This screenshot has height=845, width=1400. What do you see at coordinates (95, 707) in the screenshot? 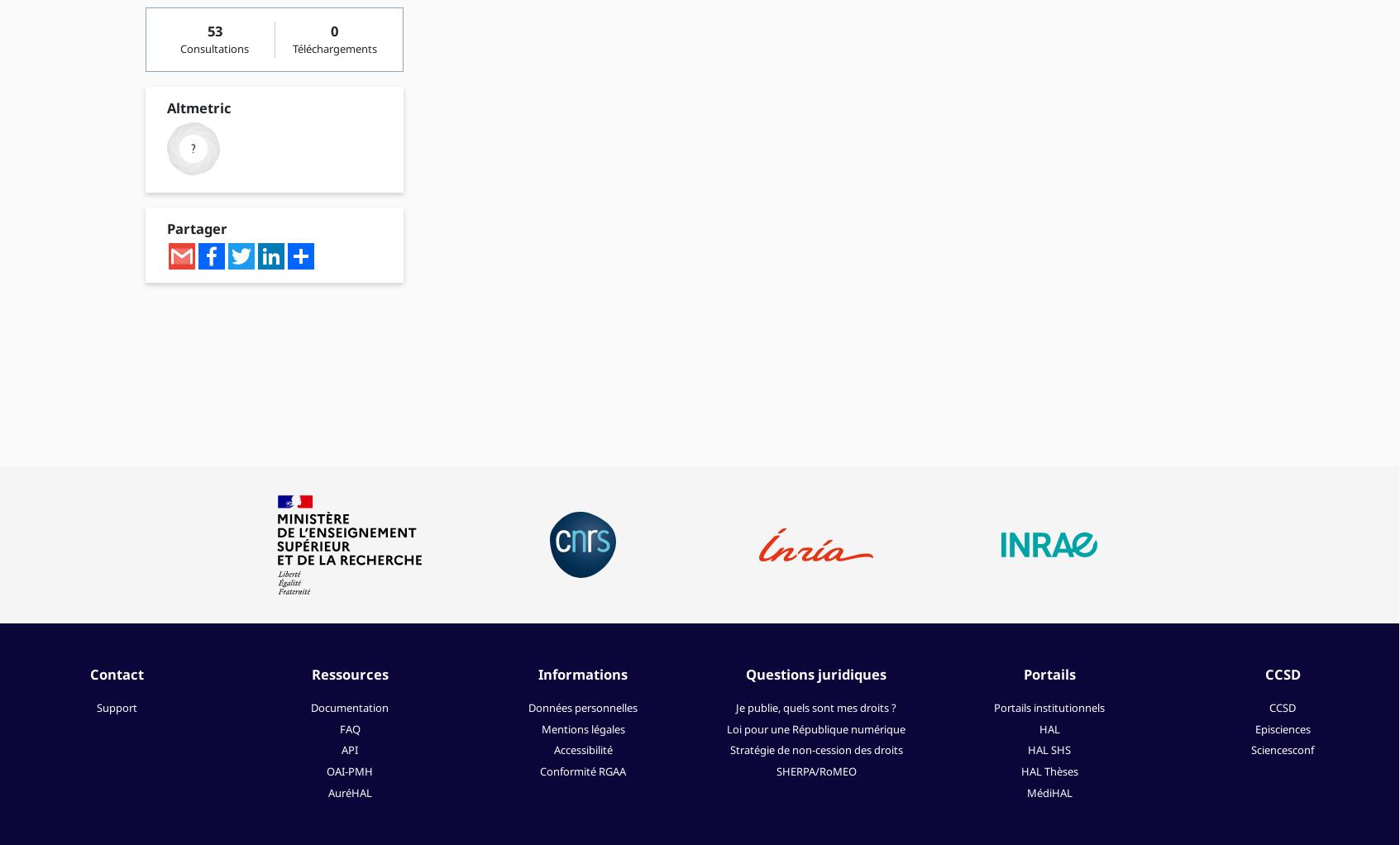
I see `'Support'` at bounding box center [95, 707].